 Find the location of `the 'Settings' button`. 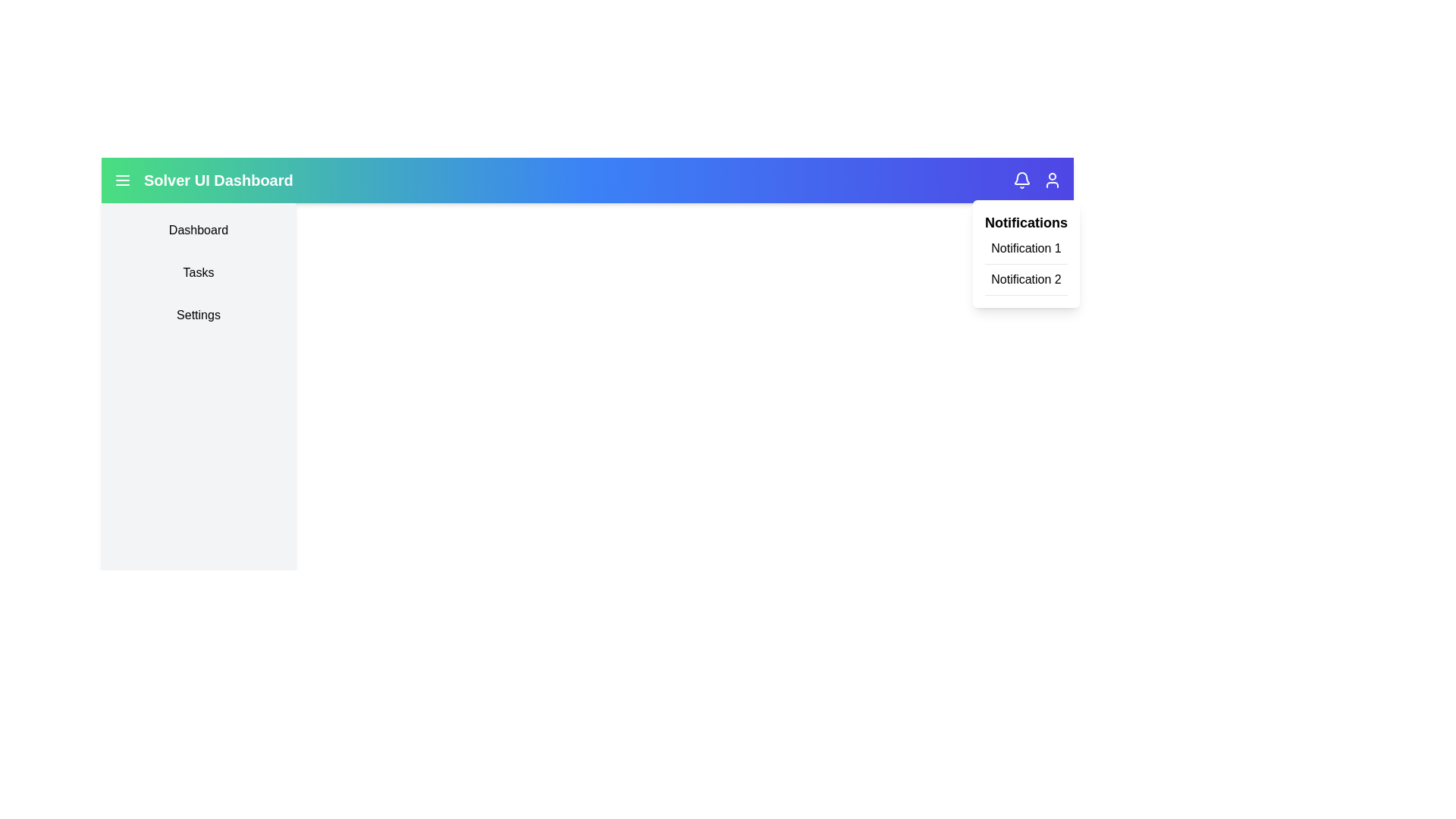

the 'Settings' button is located at coordinates (198, 315).